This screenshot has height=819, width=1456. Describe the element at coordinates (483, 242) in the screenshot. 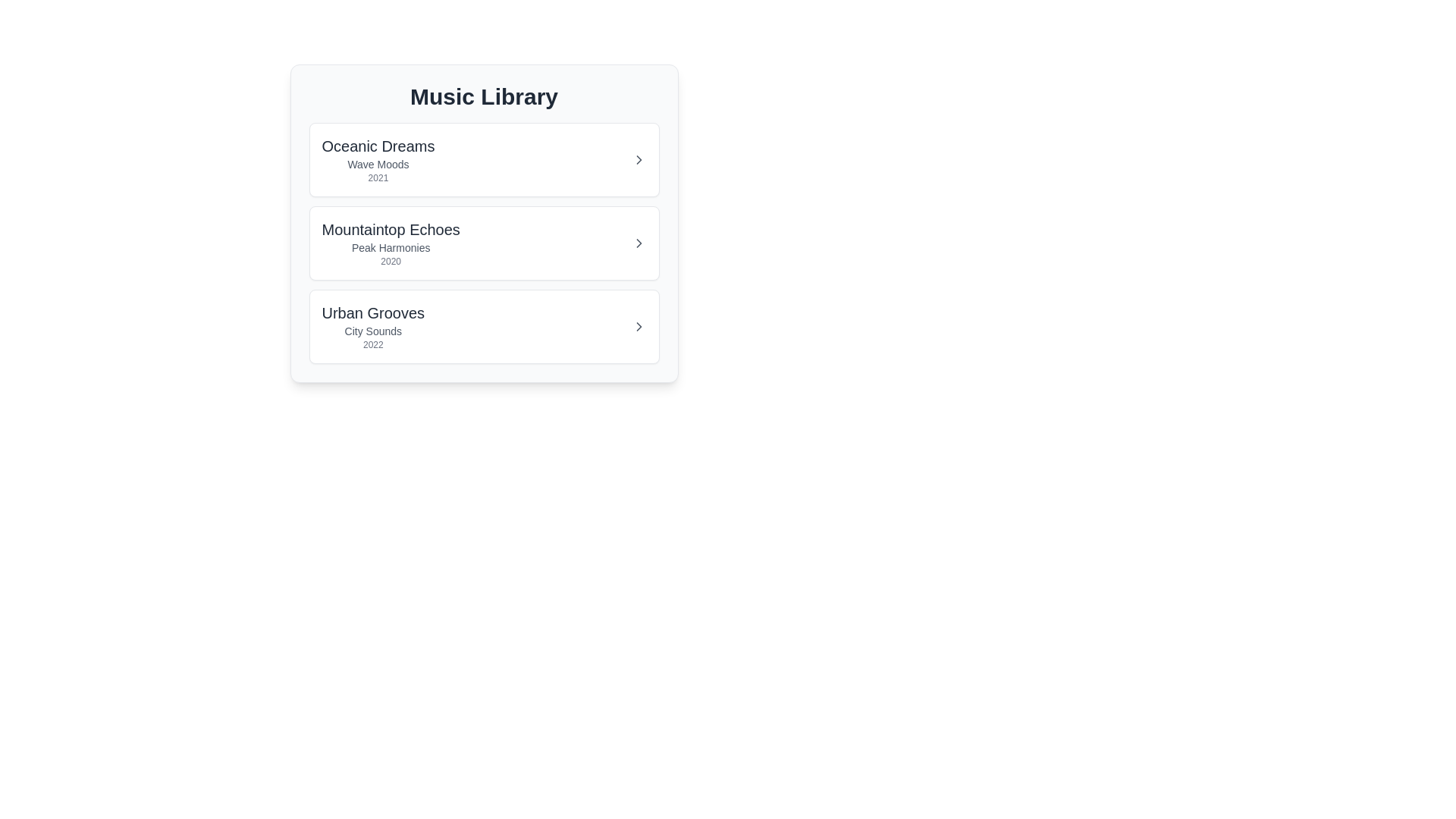

I see `the album item corresponding to Mountaintop Echoes` at that location.